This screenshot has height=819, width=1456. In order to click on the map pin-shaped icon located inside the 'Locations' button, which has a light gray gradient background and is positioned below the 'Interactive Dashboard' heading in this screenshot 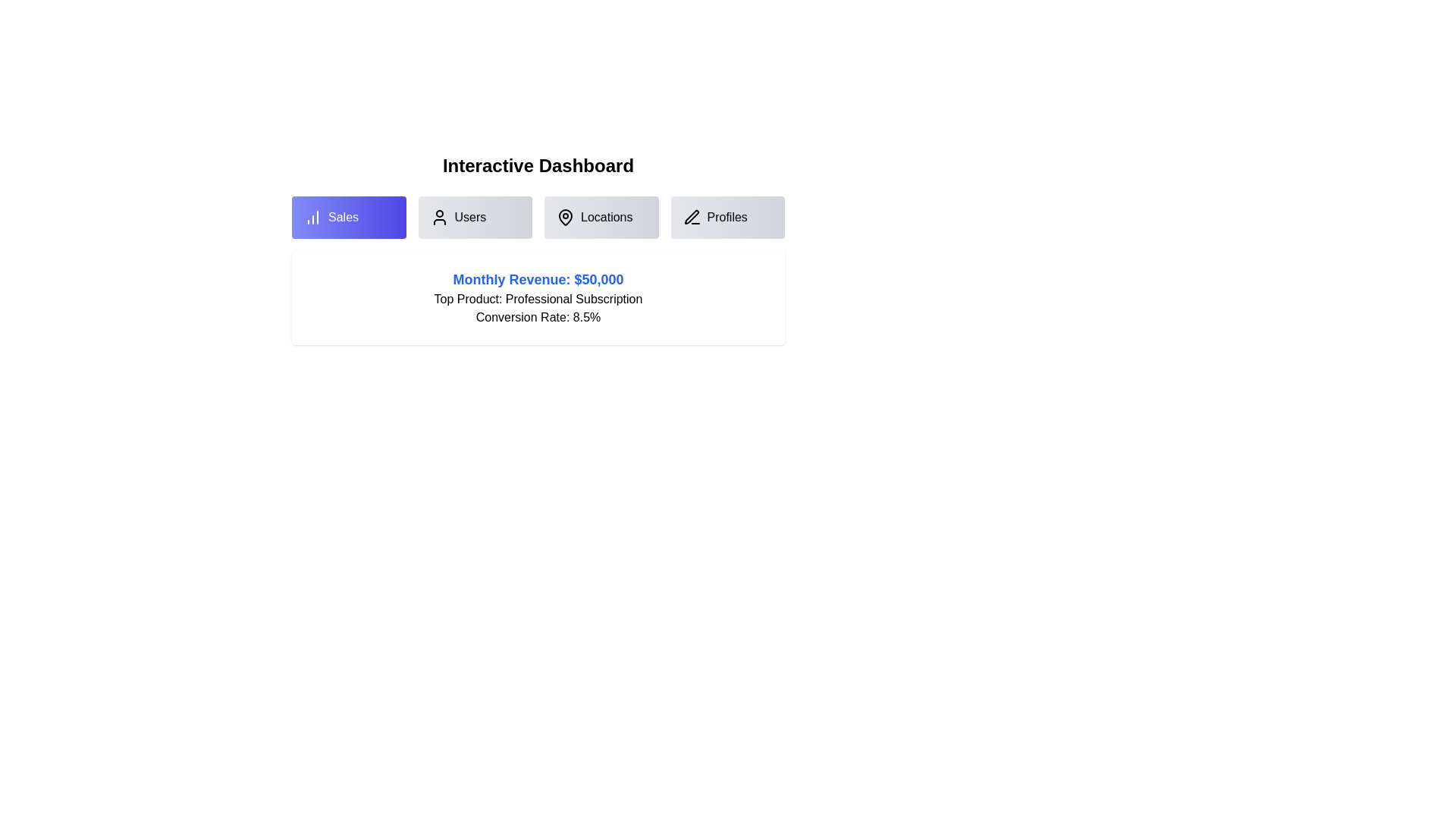, I will do `click(564, 217)`.